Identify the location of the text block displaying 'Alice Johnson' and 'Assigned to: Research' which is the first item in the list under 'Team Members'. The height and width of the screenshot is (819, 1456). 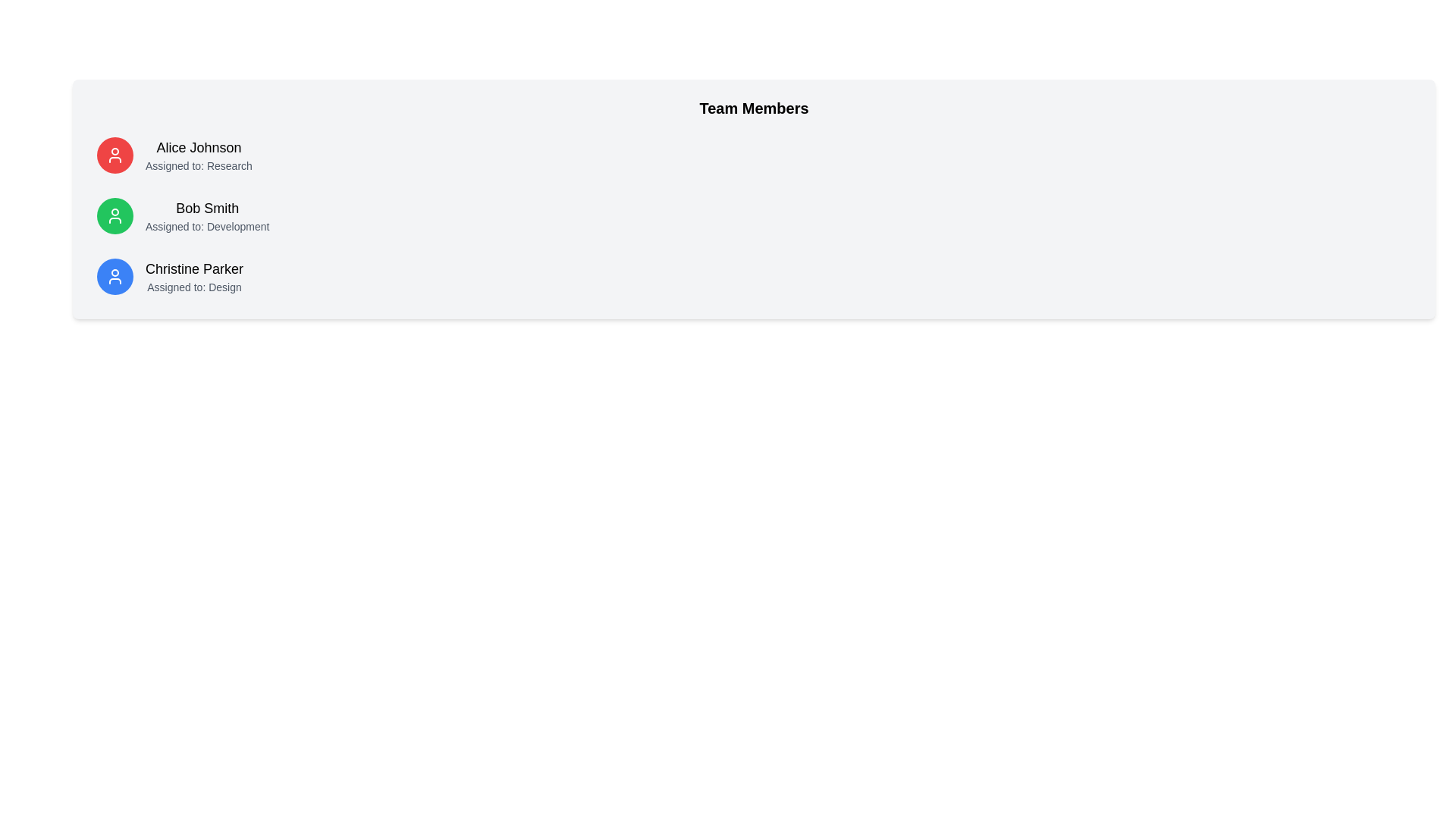
(198, 155).